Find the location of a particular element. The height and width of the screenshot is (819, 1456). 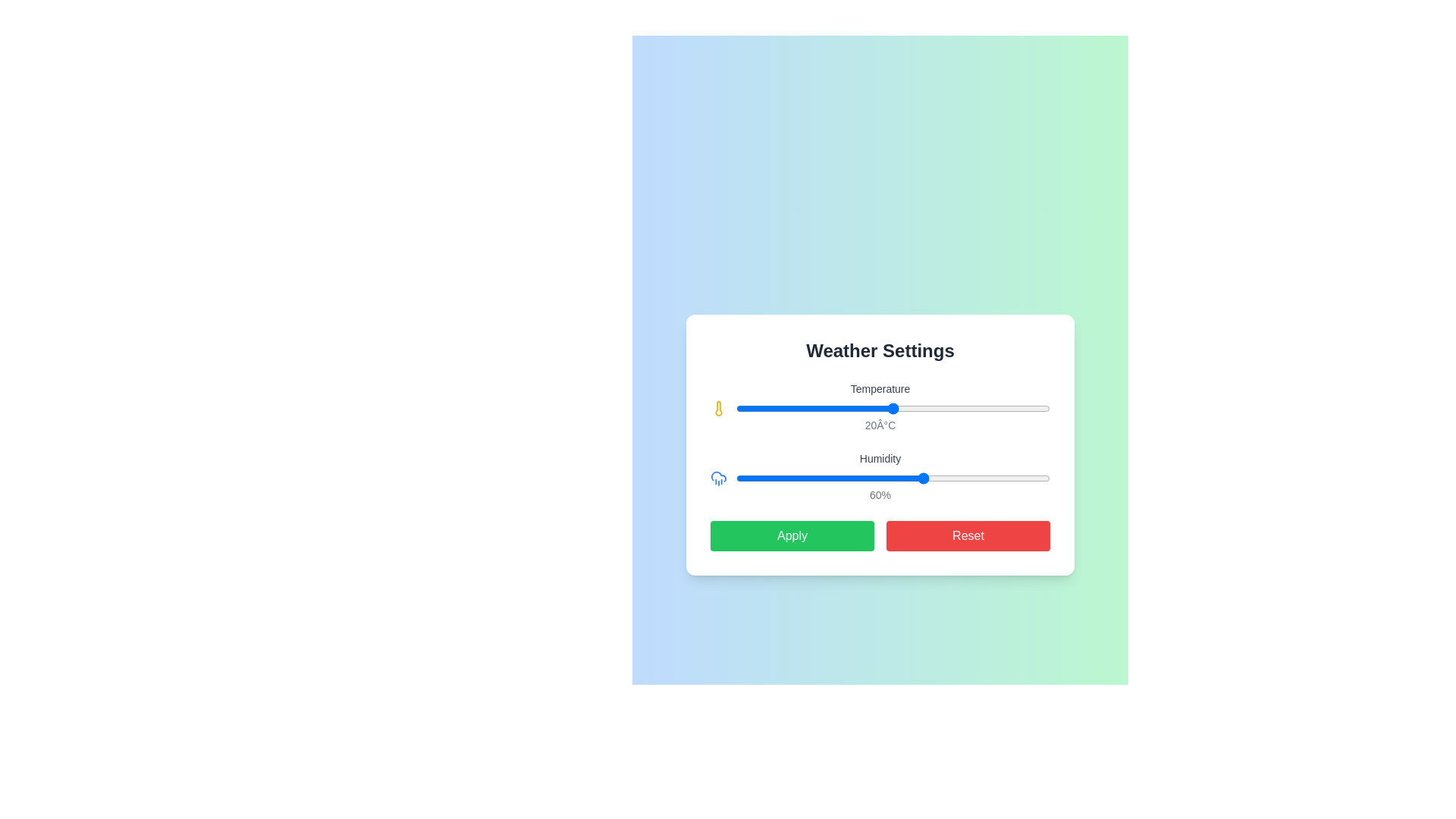

humidity is located at coordinates (786, 479).